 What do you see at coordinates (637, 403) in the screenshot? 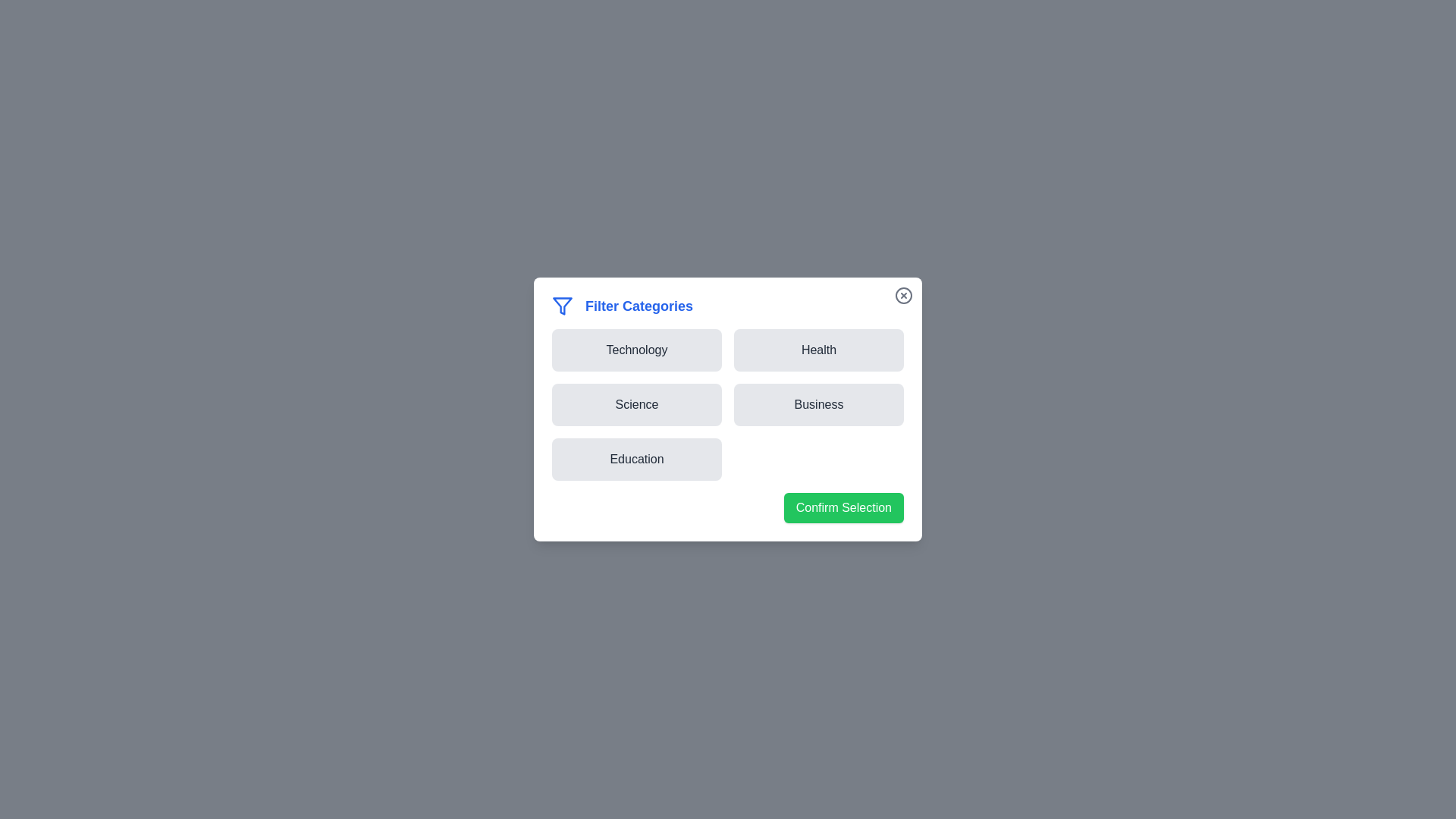
I see `the Science button to observe its hover effect` at bounding box center [637, 403].